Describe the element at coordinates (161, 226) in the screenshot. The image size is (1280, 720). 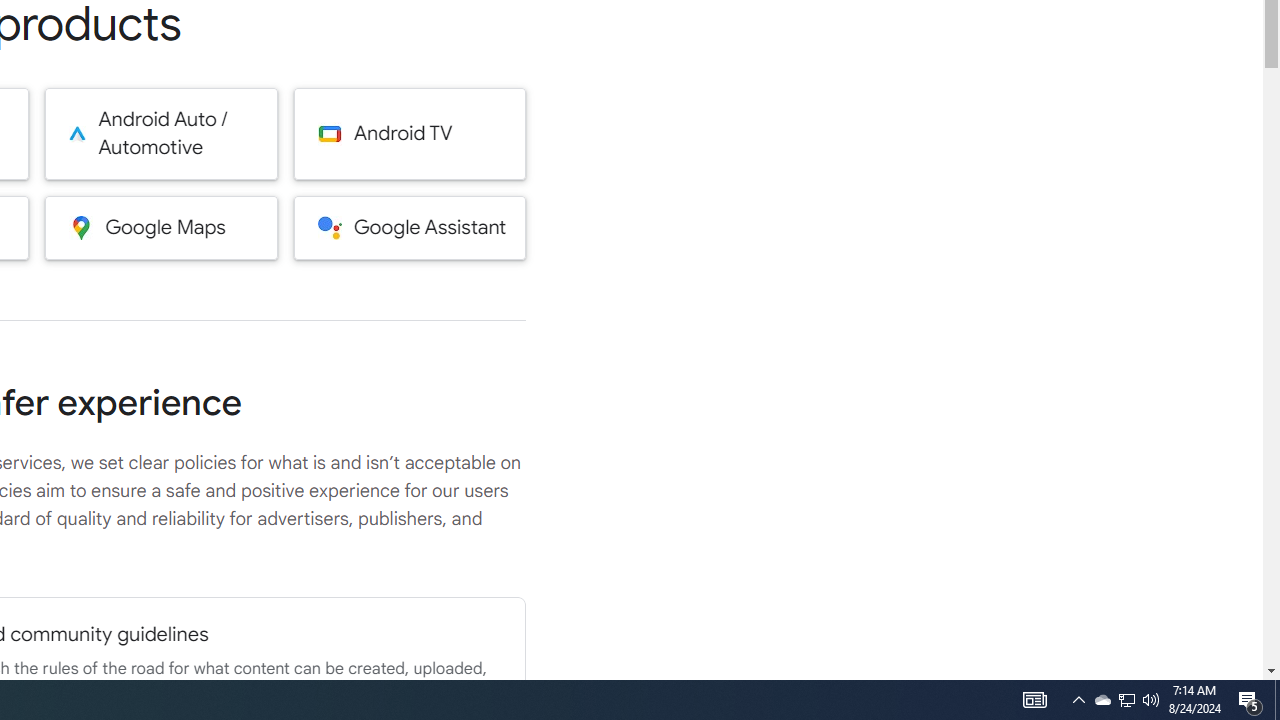
I see `'Google Maps'` at that location.